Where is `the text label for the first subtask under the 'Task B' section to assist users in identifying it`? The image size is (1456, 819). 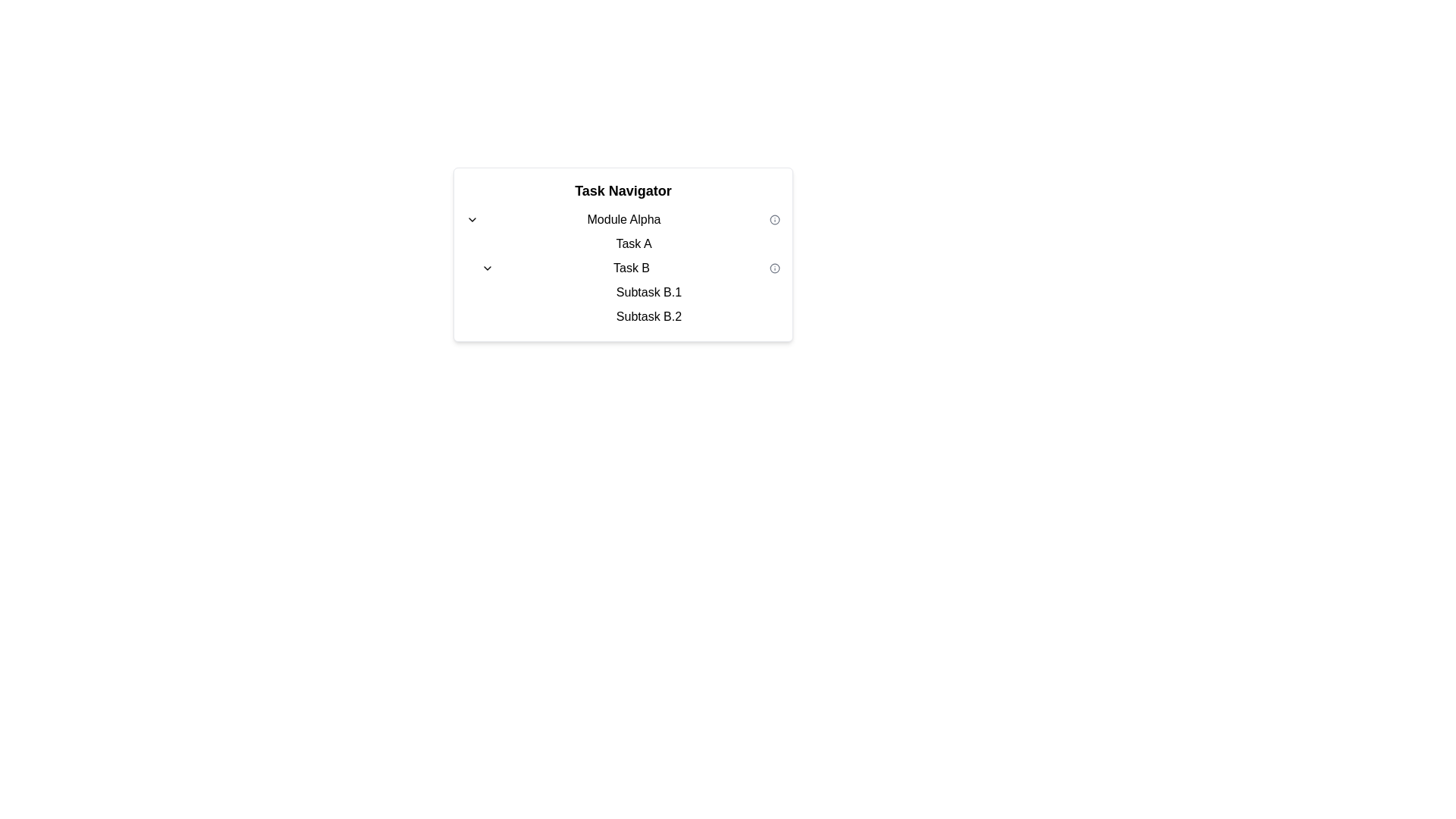
the text label for the first subtask under the 'Task B' section to assist users in identifying it is located at coordinates (645, 292).